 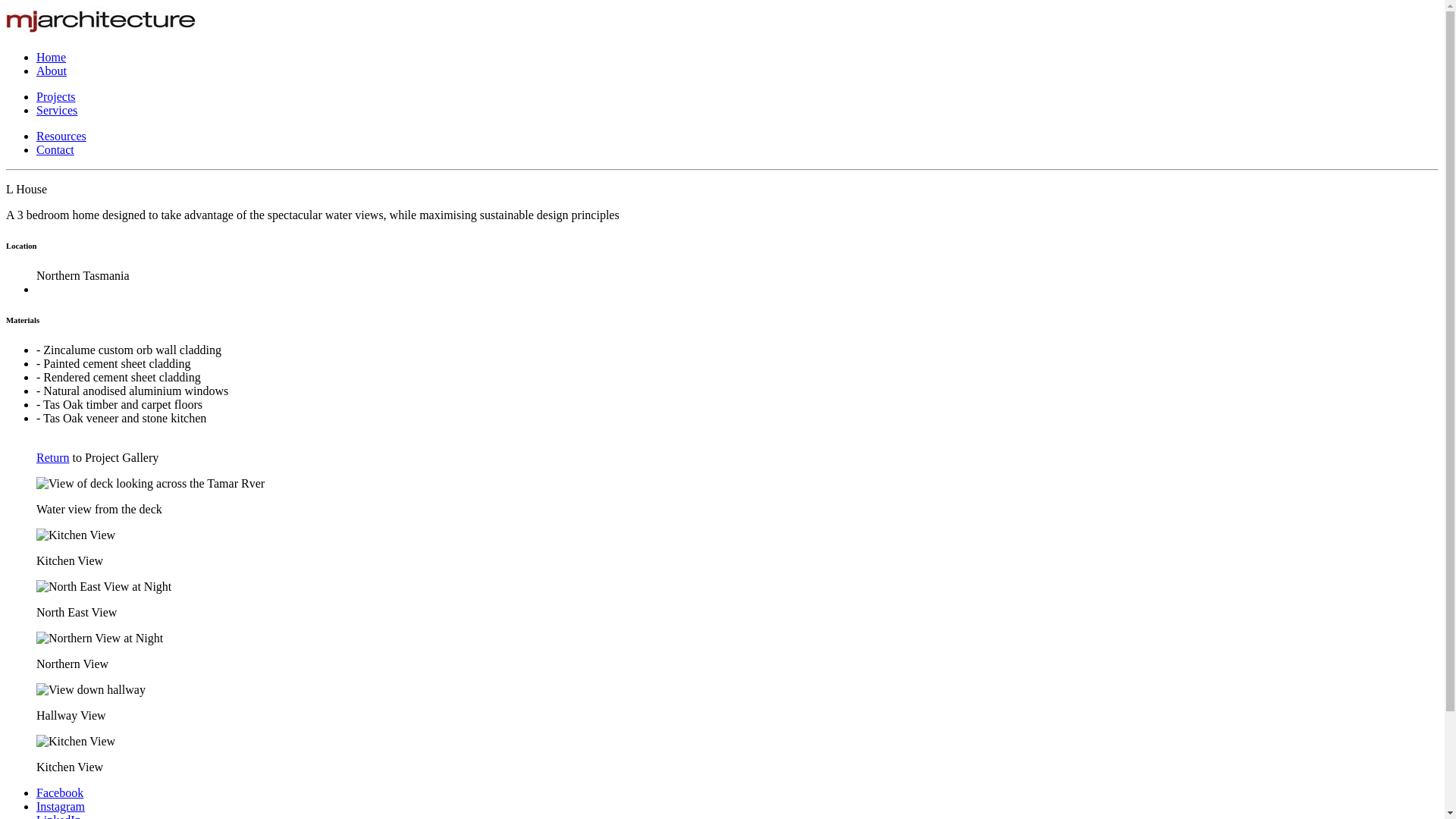 I want to click on 'Facebook', so click(x=36, y=792).